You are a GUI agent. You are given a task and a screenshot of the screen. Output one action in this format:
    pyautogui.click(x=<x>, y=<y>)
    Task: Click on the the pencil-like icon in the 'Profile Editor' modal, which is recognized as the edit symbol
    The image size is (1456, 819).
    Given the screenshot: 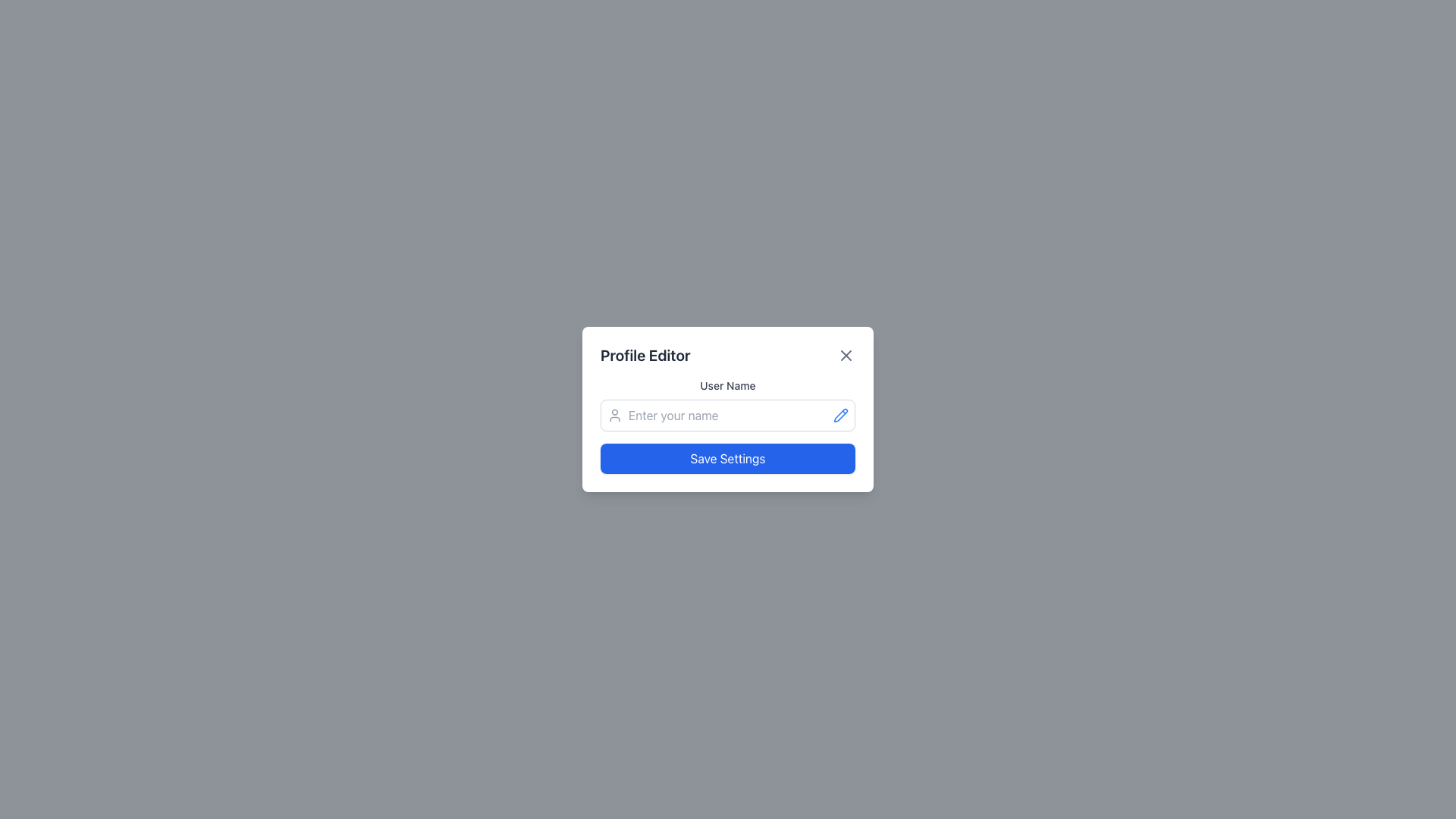 What is the action you would take?
    pyautogui.click(x=839, y=415)
    